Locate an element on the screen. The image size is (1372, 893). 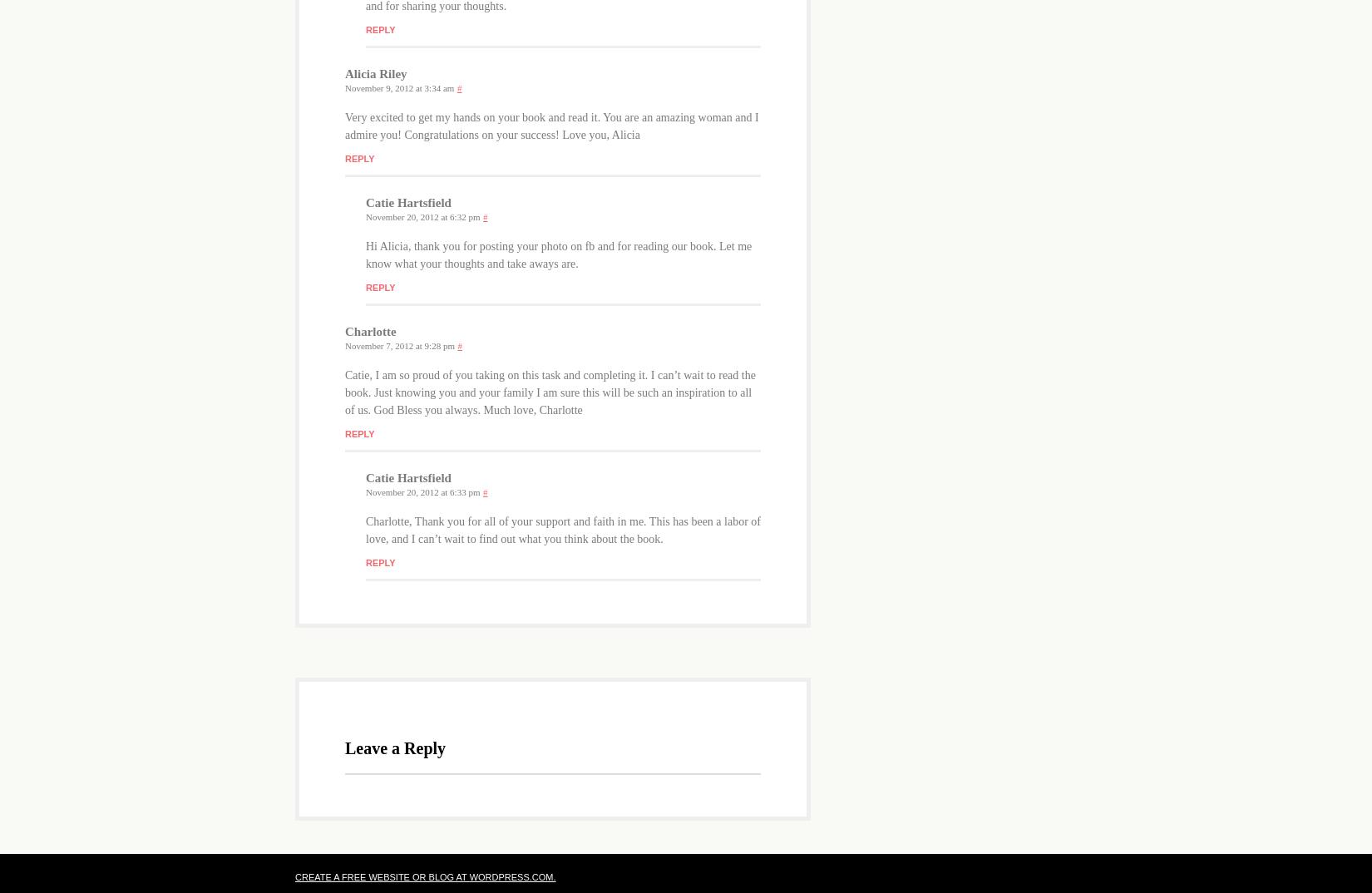
'Create a free website or blog at WordPress.com.' is located at coordinates (424, 876).